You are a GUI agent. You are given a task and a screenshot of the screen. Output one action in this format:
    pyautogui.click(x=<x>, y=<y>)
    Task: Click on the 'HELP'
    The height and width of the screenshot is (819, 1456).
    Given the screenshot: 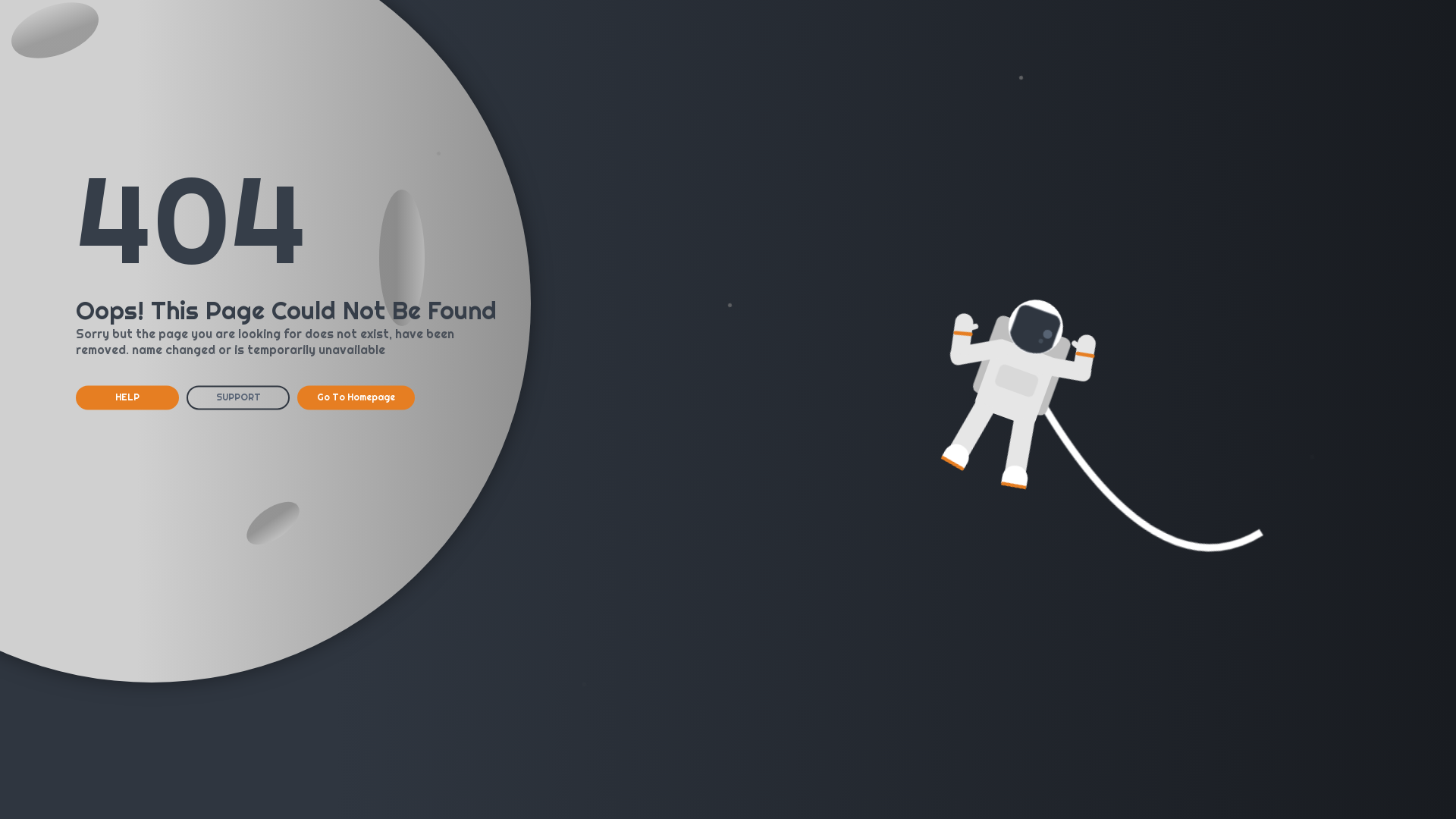 What is the action you would take?
    pyautogui.click(x=127, y=397)
    